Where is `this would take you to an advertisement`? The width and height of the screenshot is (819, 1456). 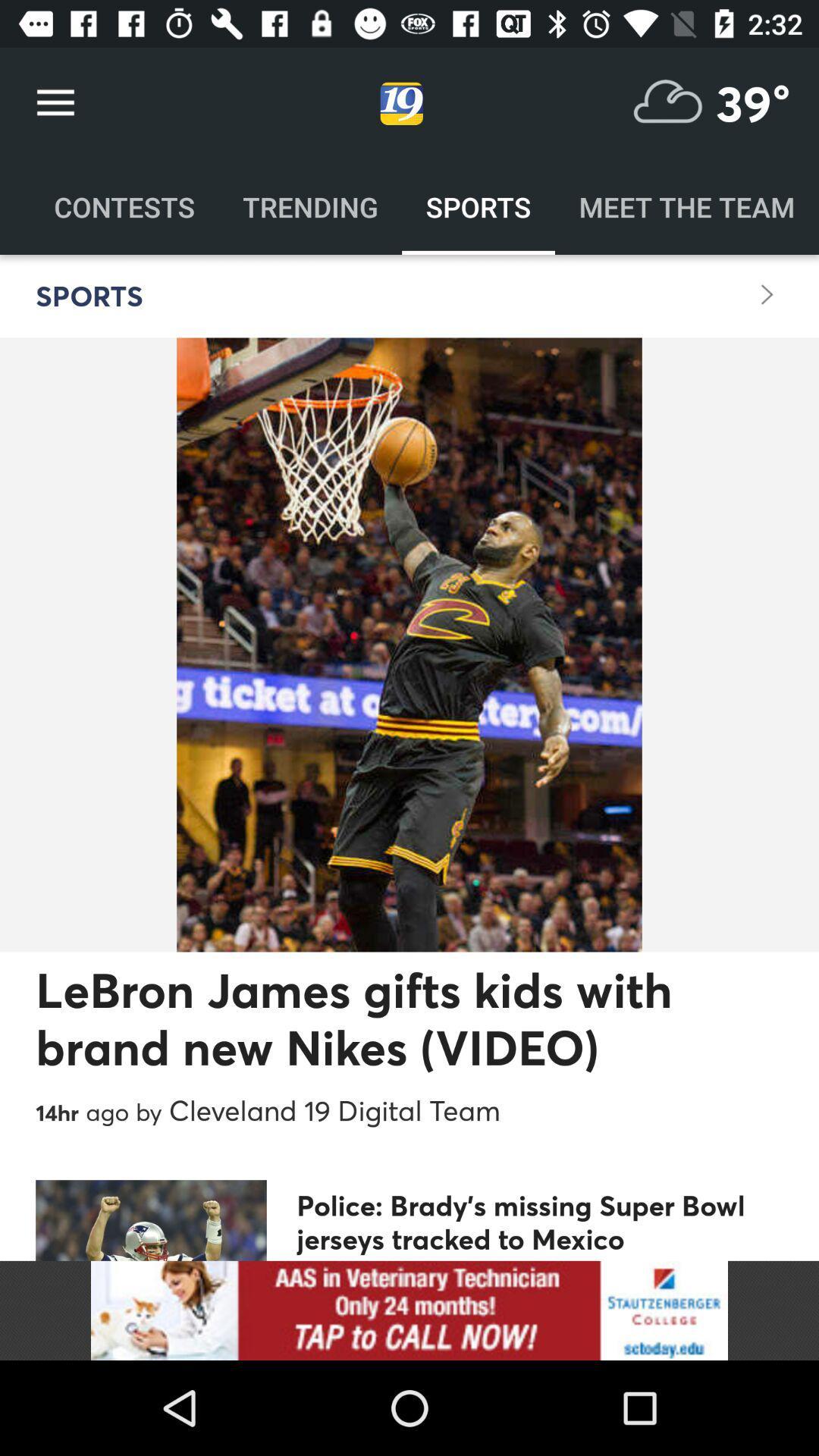
this would take you to an advertisement is located at coordinates (409, 1310).